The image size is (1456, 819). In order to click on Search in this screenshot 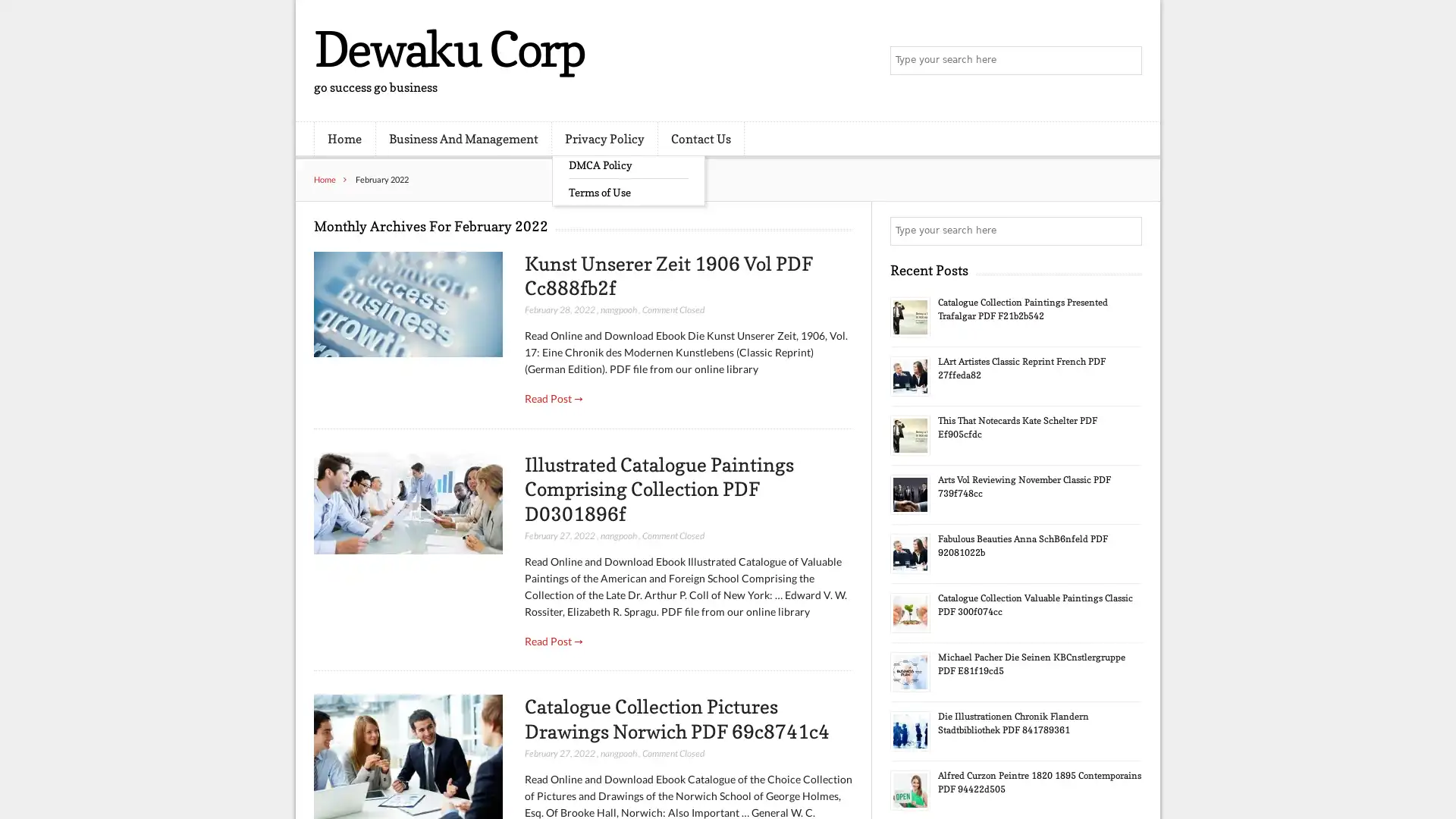, I will do `click(1126, 231)`.